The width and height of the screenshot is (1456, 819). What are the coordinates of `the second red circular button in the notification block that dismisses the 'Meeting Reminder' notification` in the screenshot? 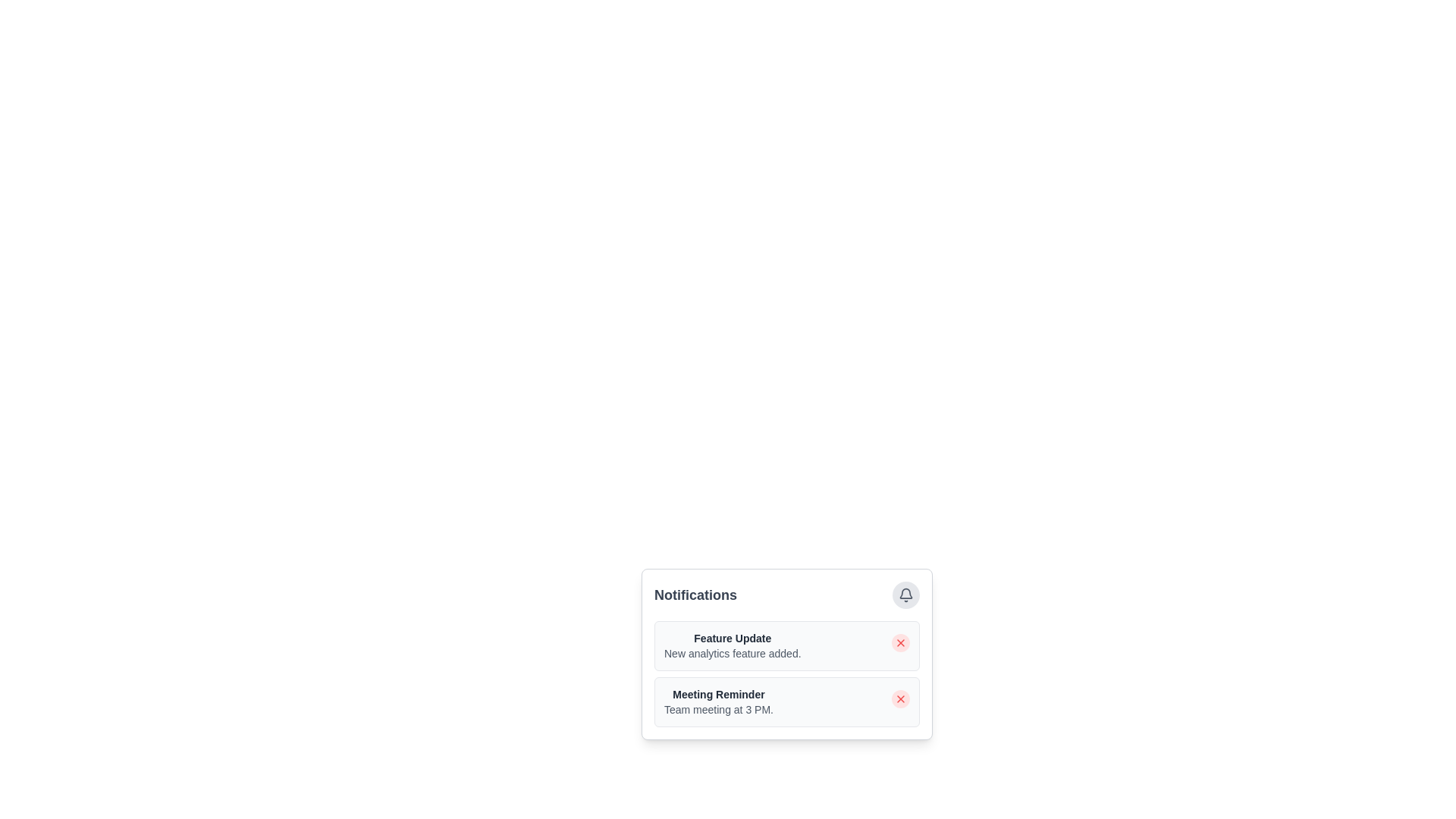 It's located at (901, 698).